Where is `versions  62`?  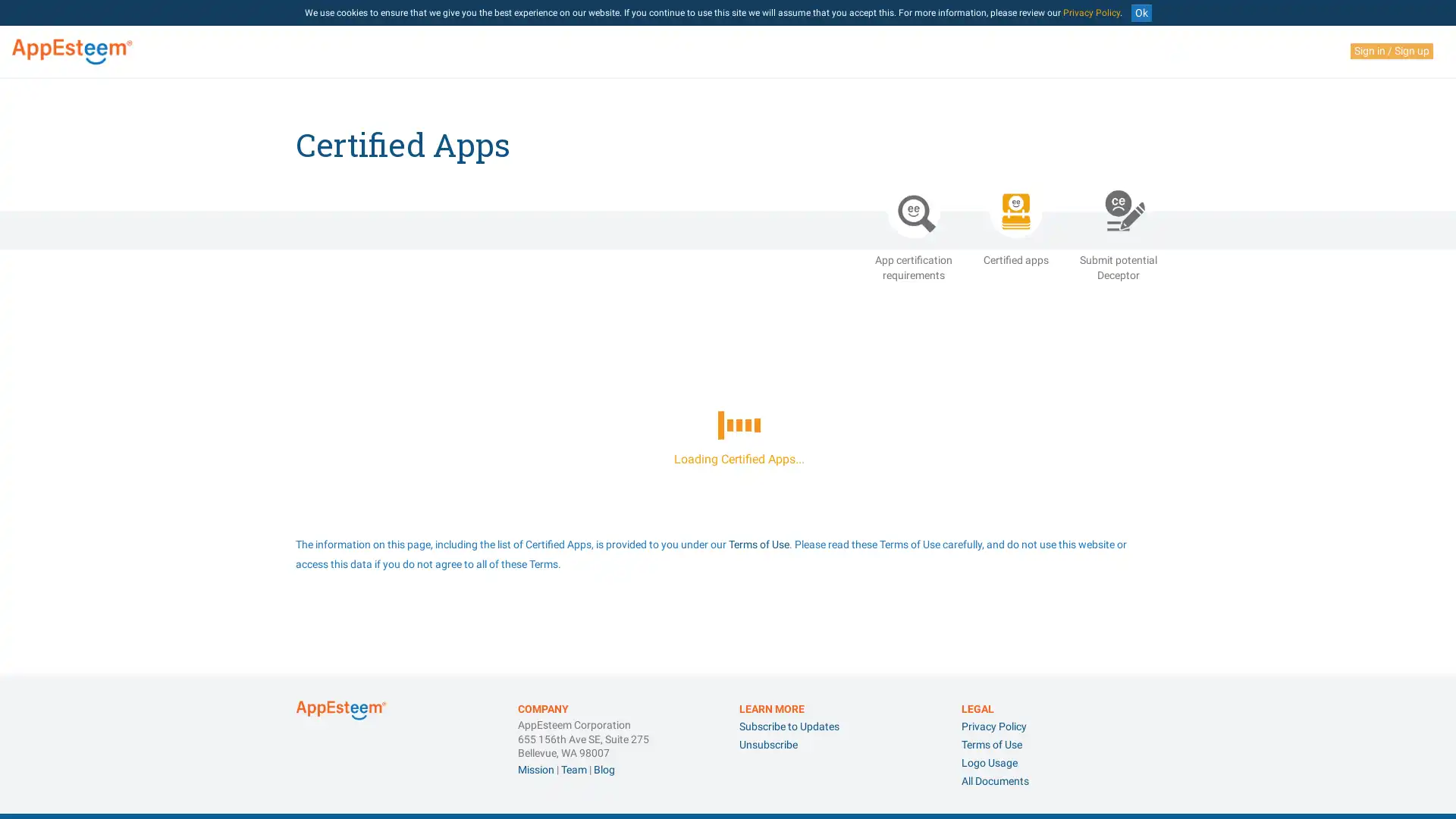 versions  62 is located at coordinates (773, 657).